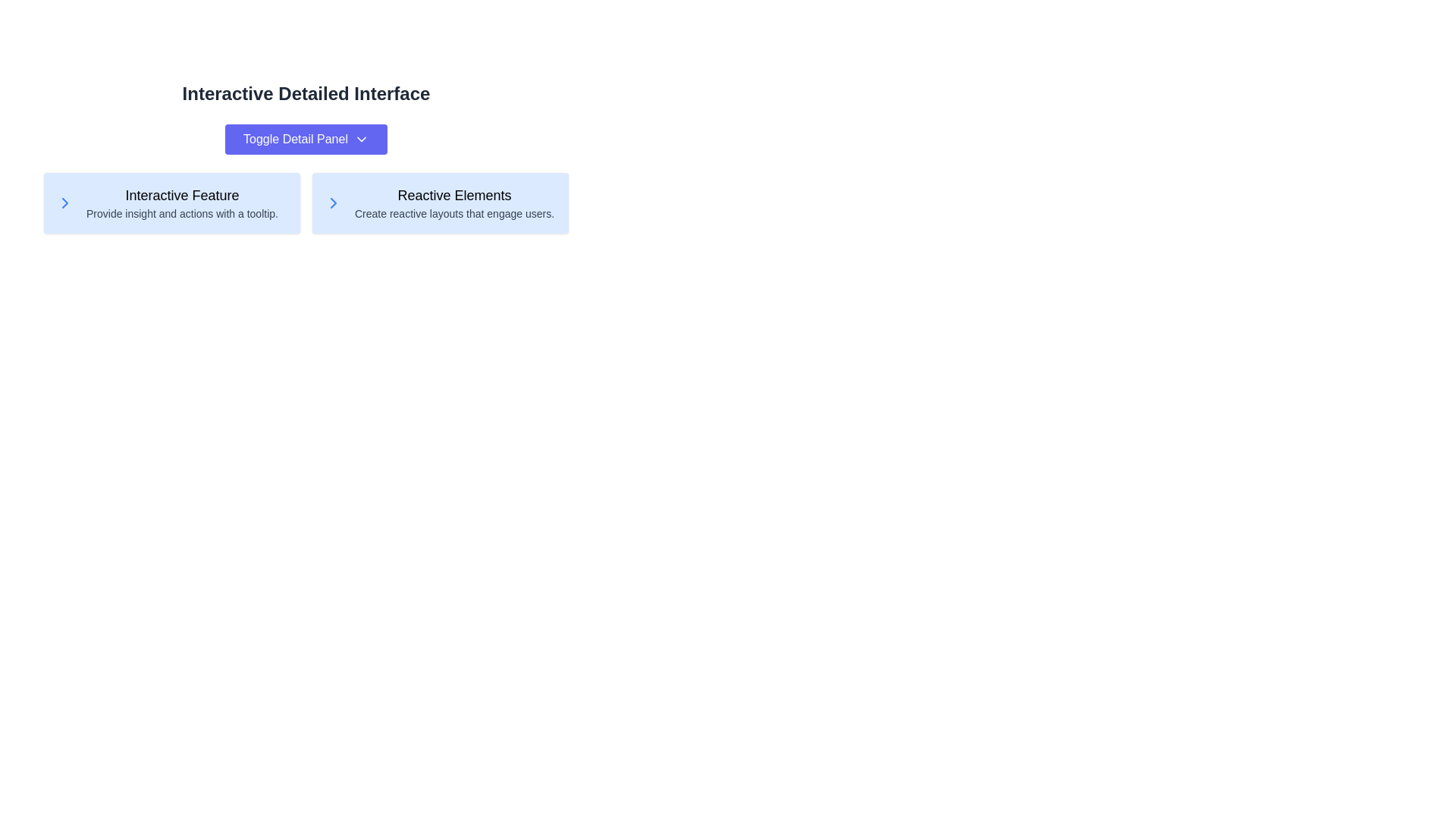 This screenshot has height=819, width=1456. What do you see at coordinates (305, 140) in the screenshot?
I see `the 'Toggle Detail Panel' button` at bounding box center [305, 140].